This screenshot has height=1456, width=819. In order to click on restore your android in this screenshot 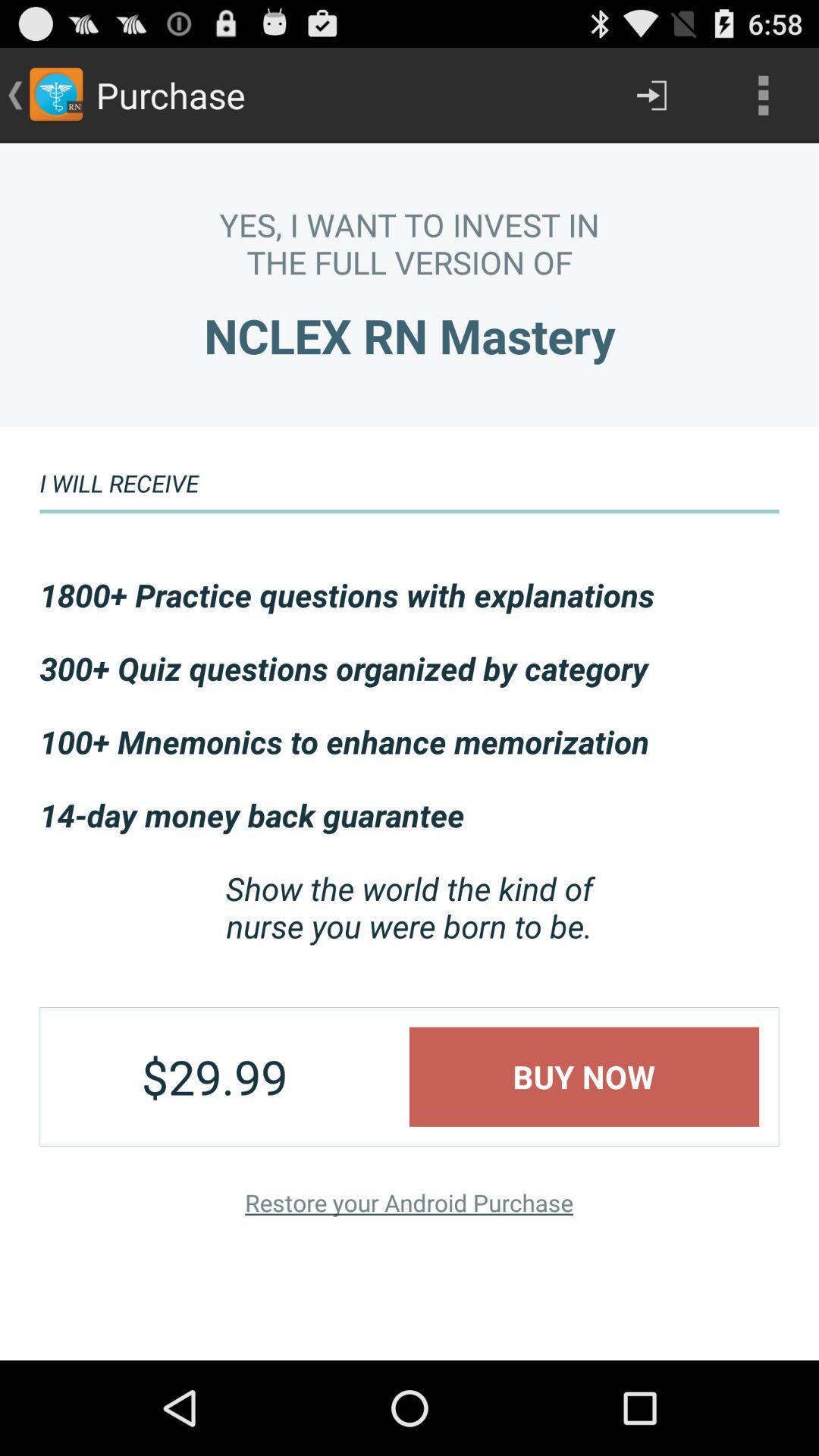, I will do `click(408, 1201)`.